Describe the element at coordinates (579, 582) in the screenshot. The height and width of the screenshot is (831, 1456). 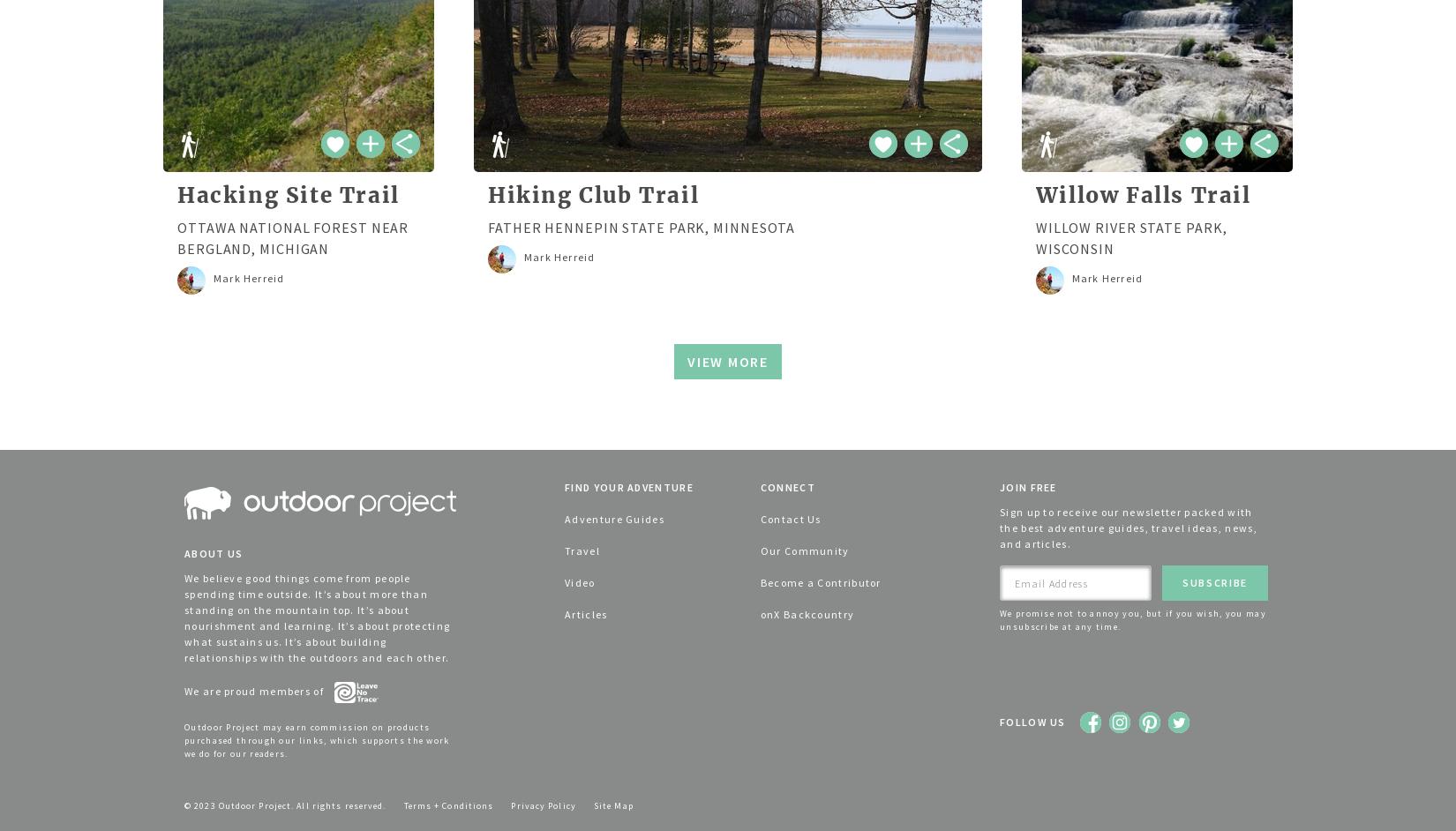
I see `'Video'` at that location.